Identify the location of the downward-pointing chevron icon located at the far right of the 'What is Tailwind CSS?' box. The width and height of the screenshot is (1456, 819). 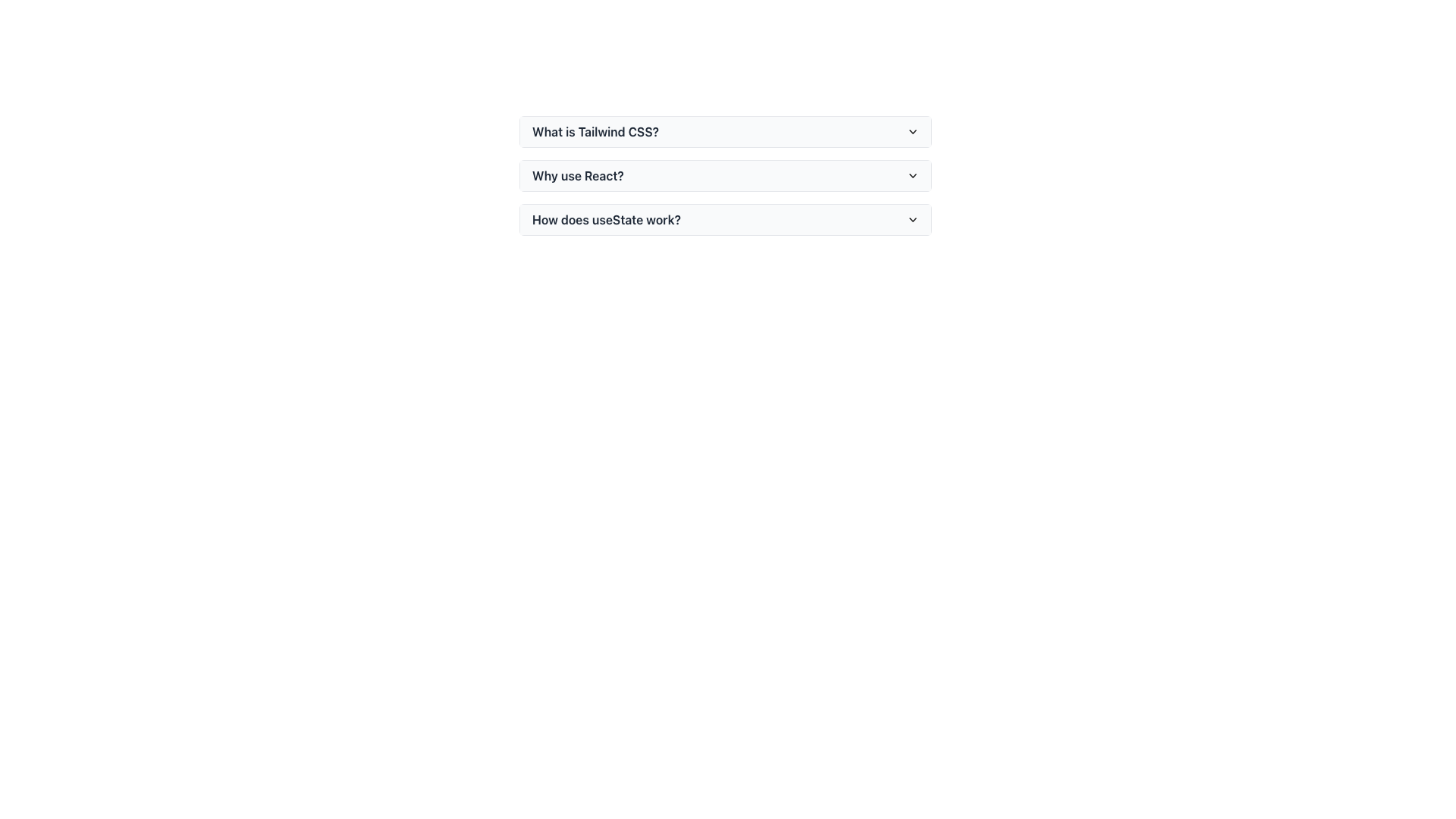
(912, 130).